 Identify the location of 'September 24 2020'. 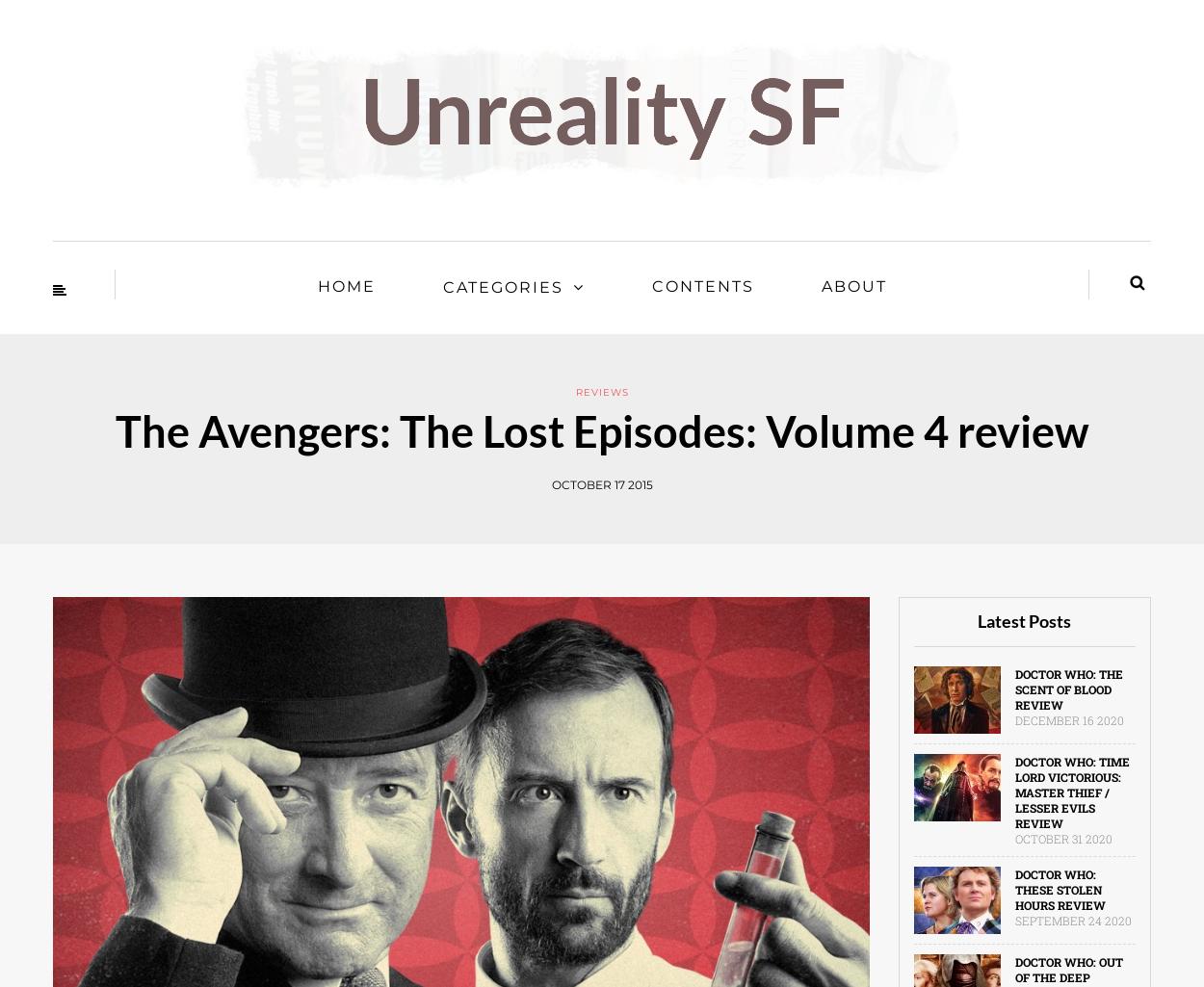
(1071, 921).